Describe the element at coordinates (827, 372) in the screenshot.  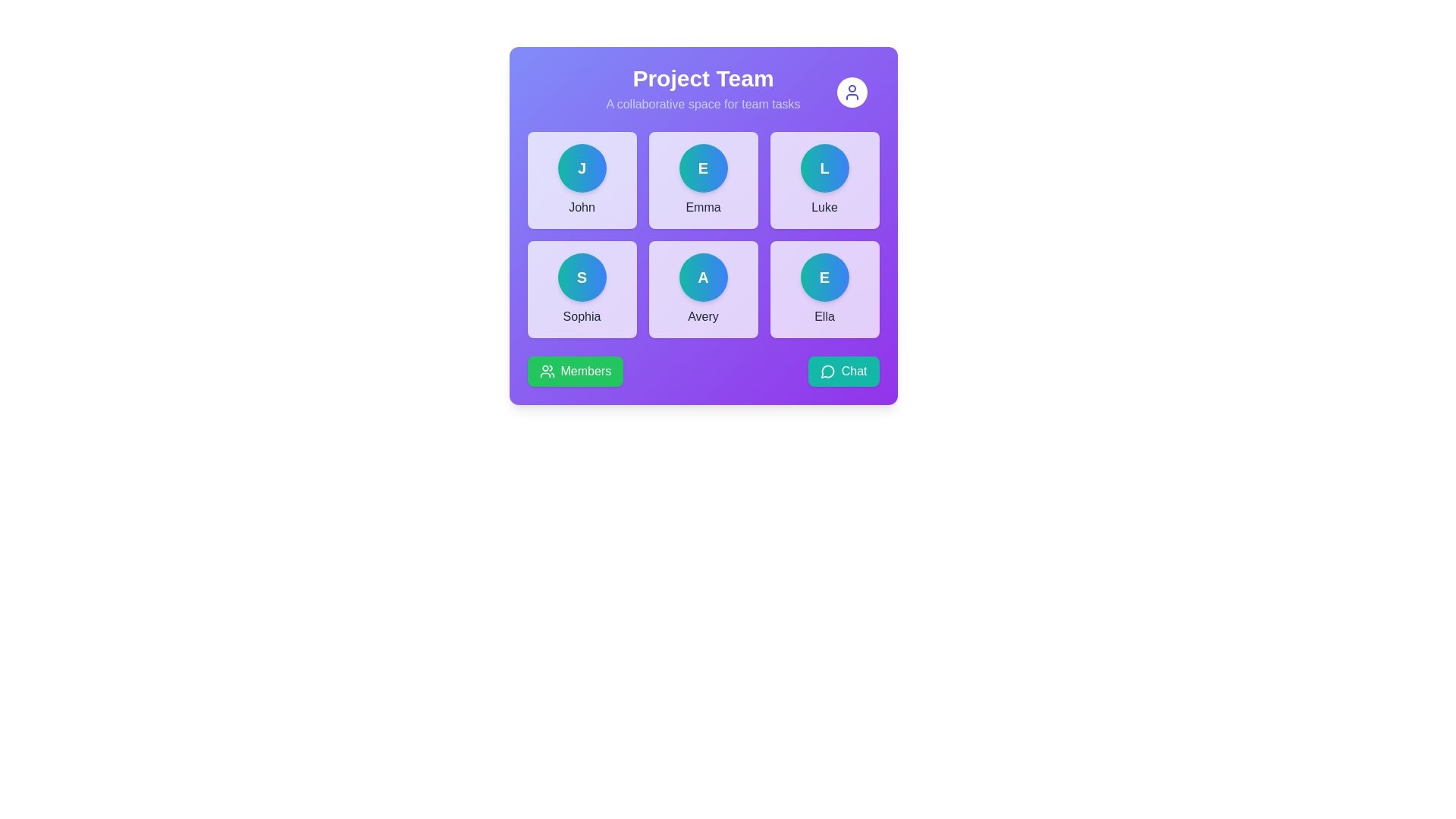
I see `the inner graphical content of the 'Chat' button located in the bottom-right corner of the main interface` at that location.